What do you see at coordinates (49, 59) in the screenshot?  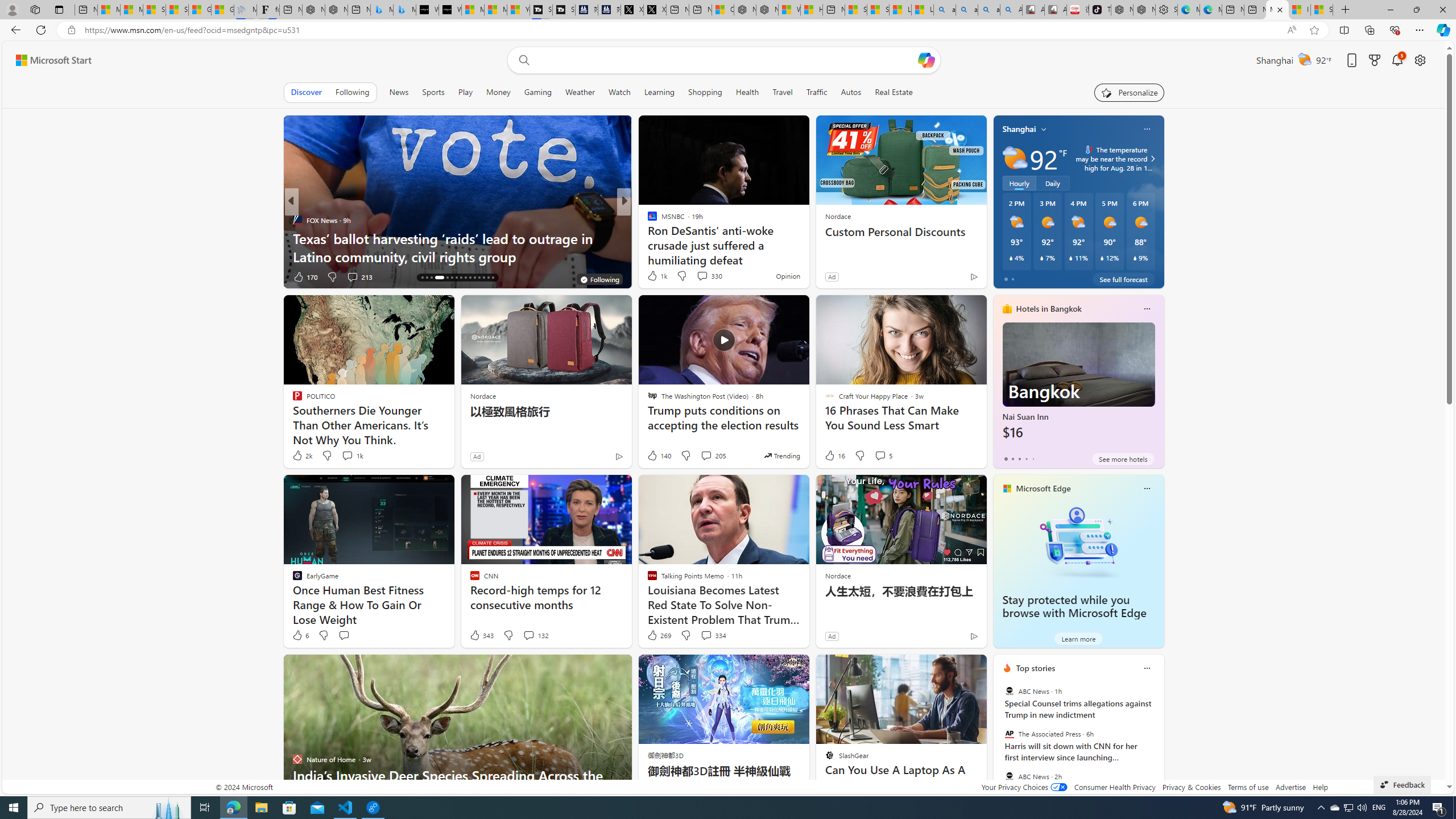 I see `'Skip to content'` at bounding box center [49, 59].